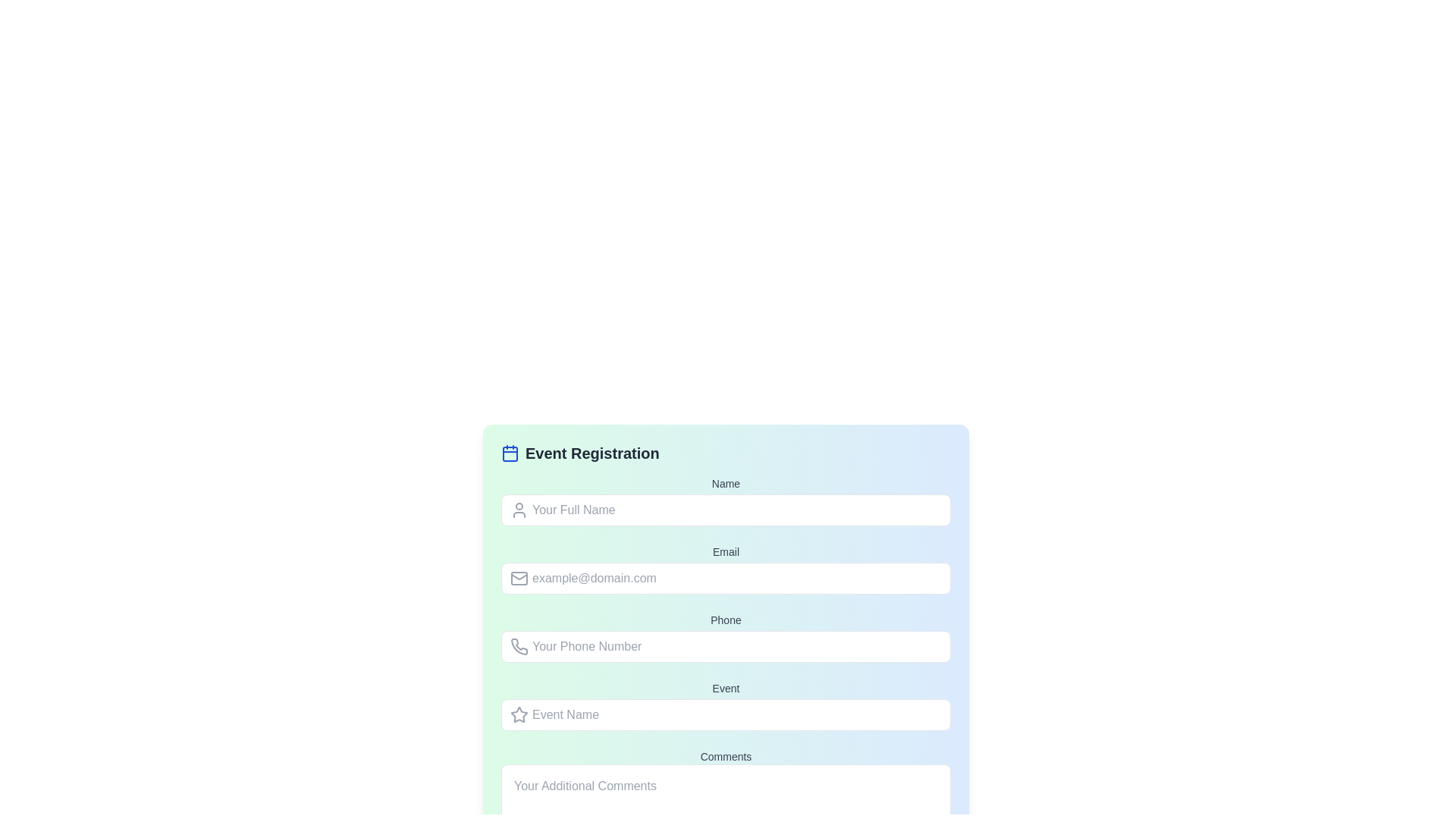 The height and width of the screenshot is (819, 1456). I want to click on the email input icon located to the left of the 'Email' input field within the form, so click(519, 579).